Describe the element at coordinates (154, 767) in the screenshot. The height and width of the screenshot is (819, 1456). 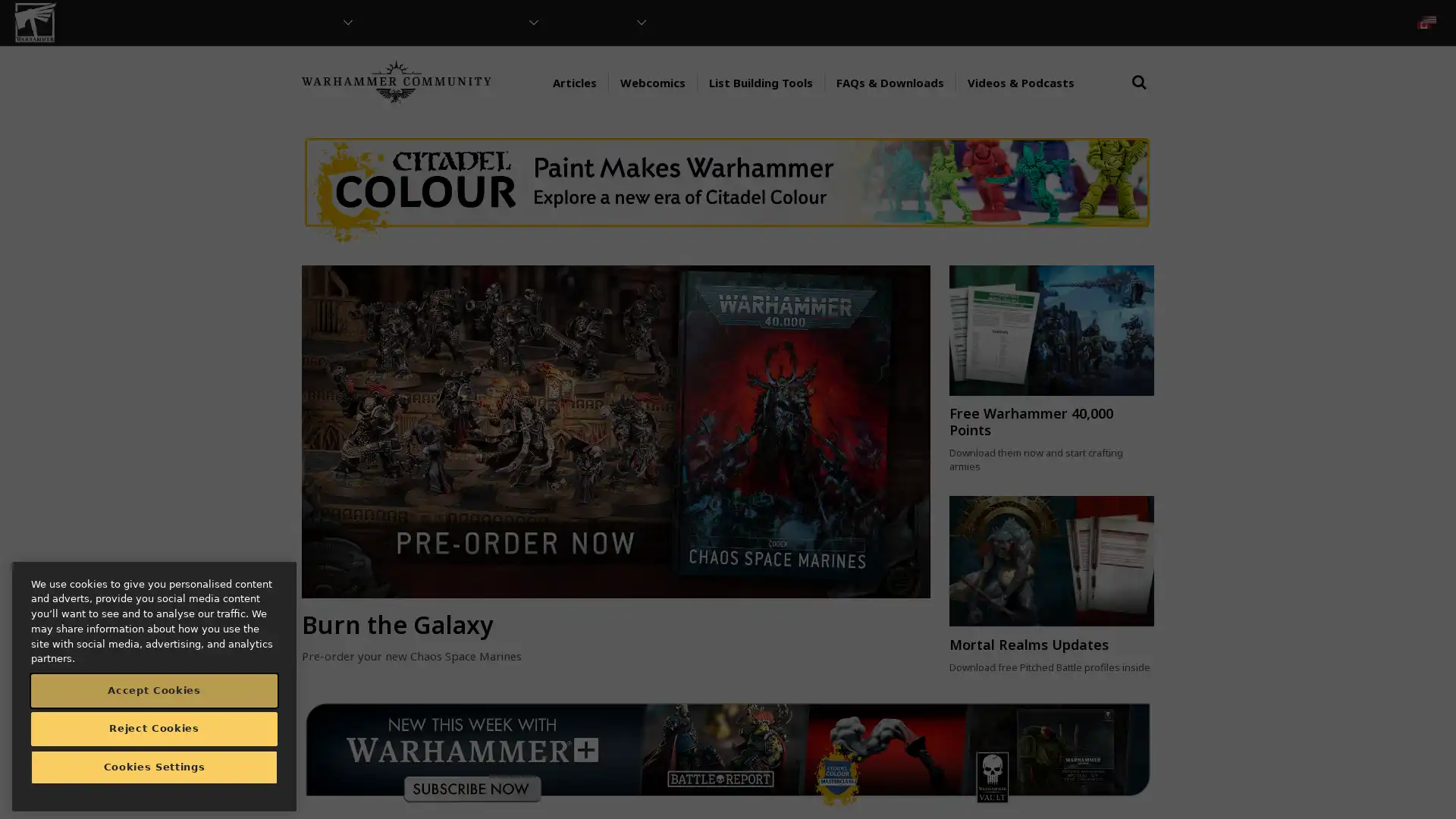
I see `Cookies Settings` at that location.